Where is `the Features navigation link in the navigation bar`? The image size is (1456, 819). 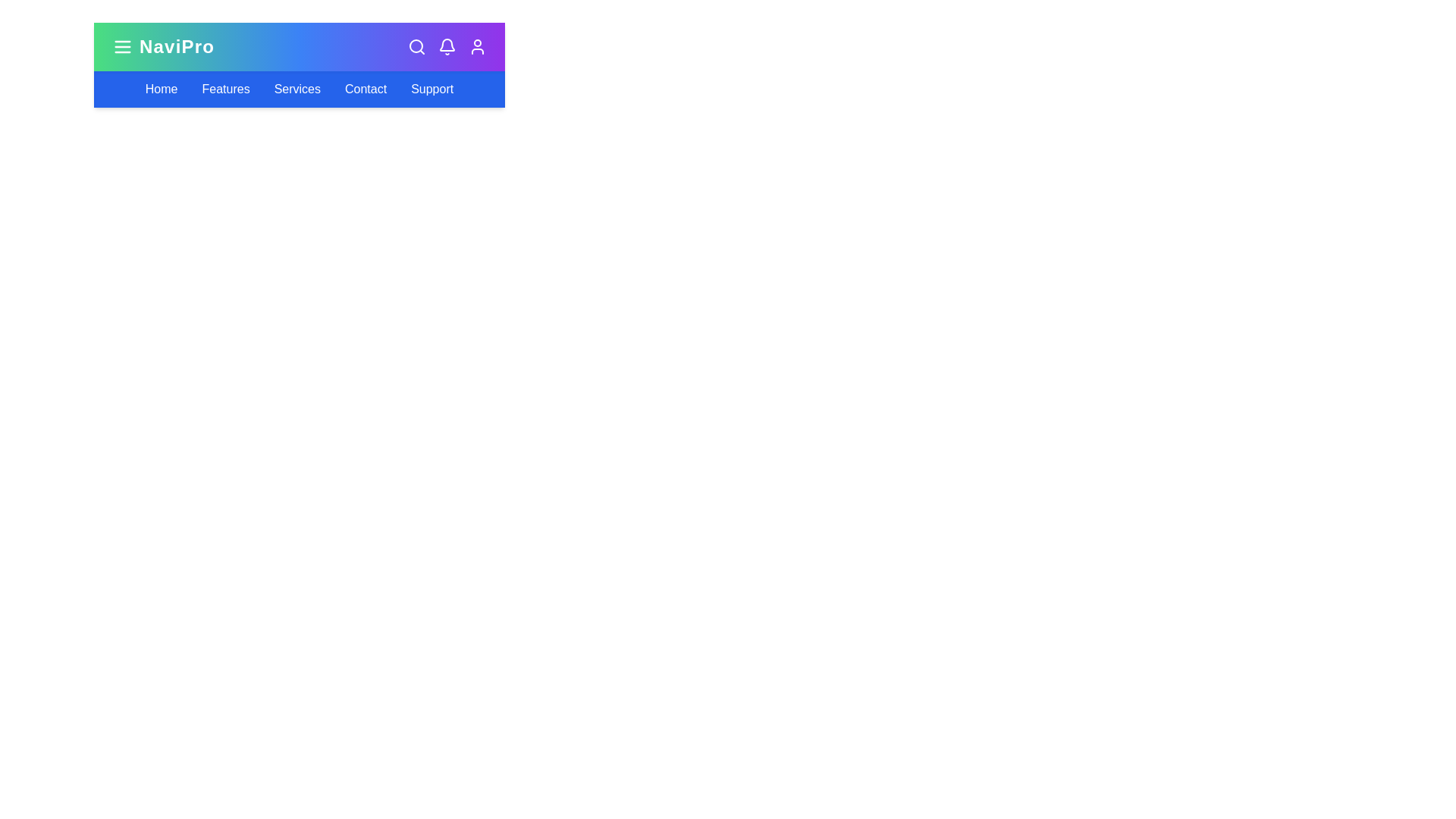
the Features navigation link in the navigation bar is located at coordinates (224, 89).